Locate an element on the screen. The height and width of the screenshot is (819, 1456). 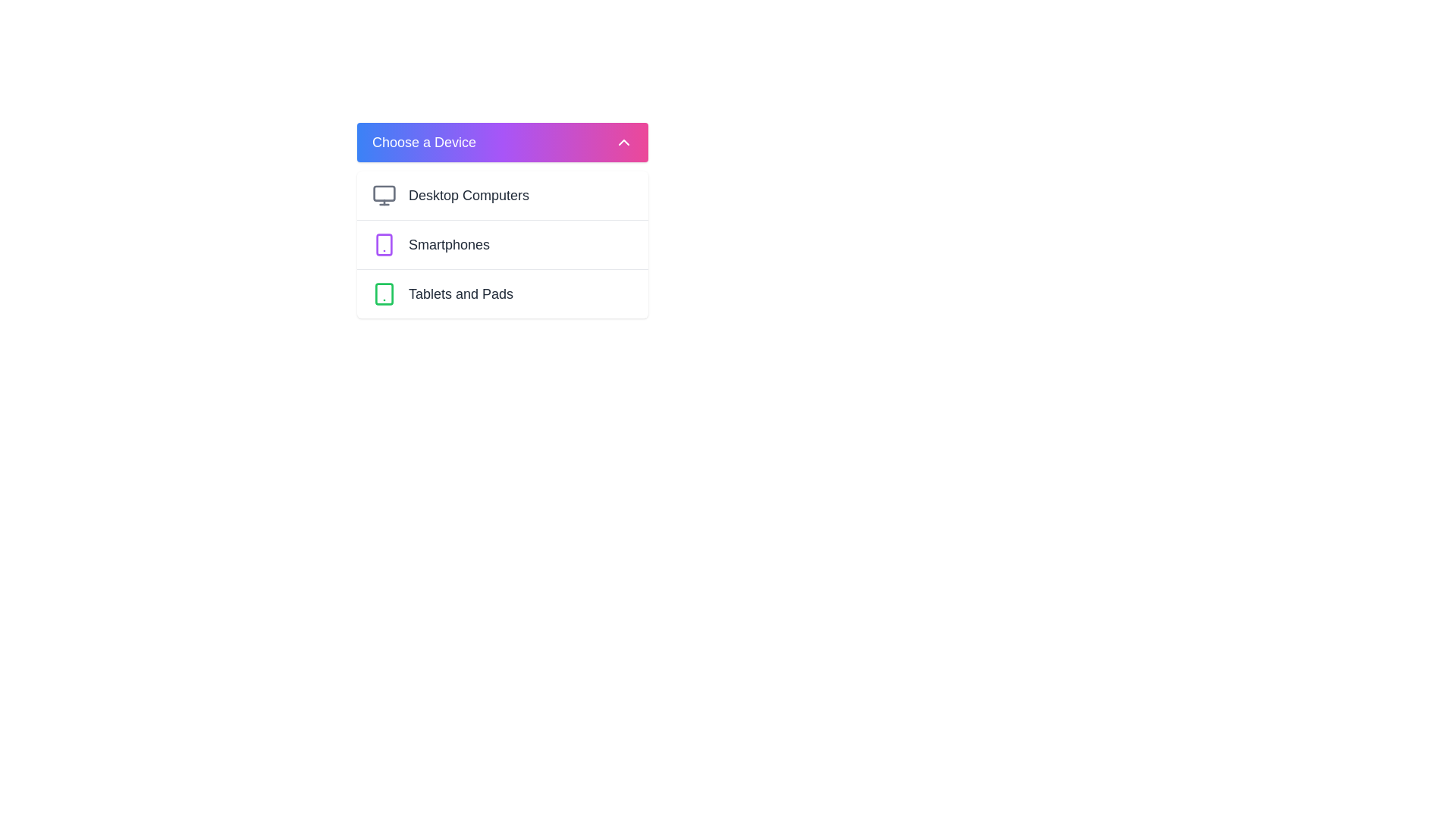
the 'Tablets and Pads' menu item icon, which is located on the left side of the menu alongside its text label is located at coordinates (384, 294).